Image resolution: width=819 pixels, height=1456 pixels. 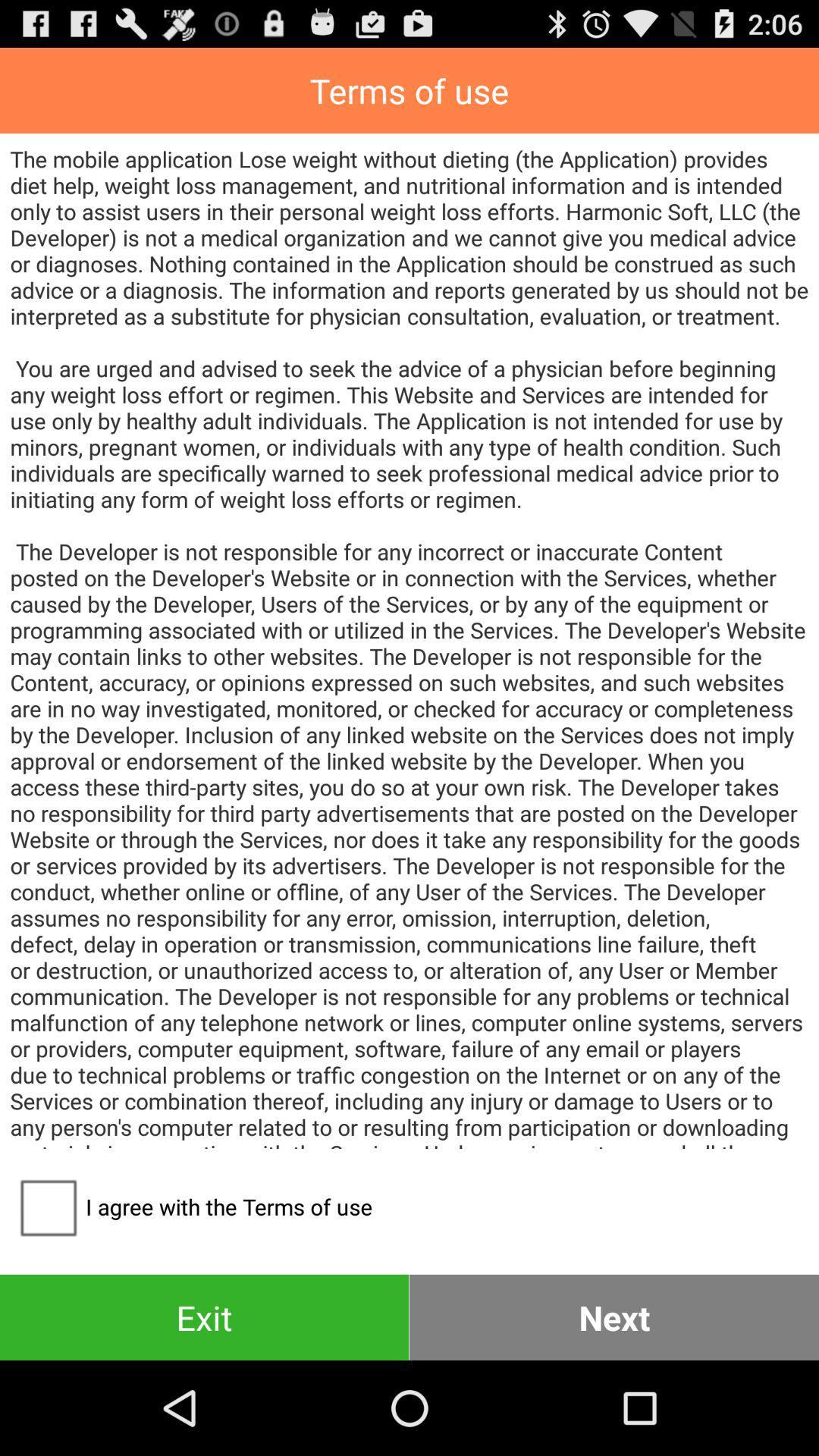 I want to click on next, so click(x=614, y=1316).